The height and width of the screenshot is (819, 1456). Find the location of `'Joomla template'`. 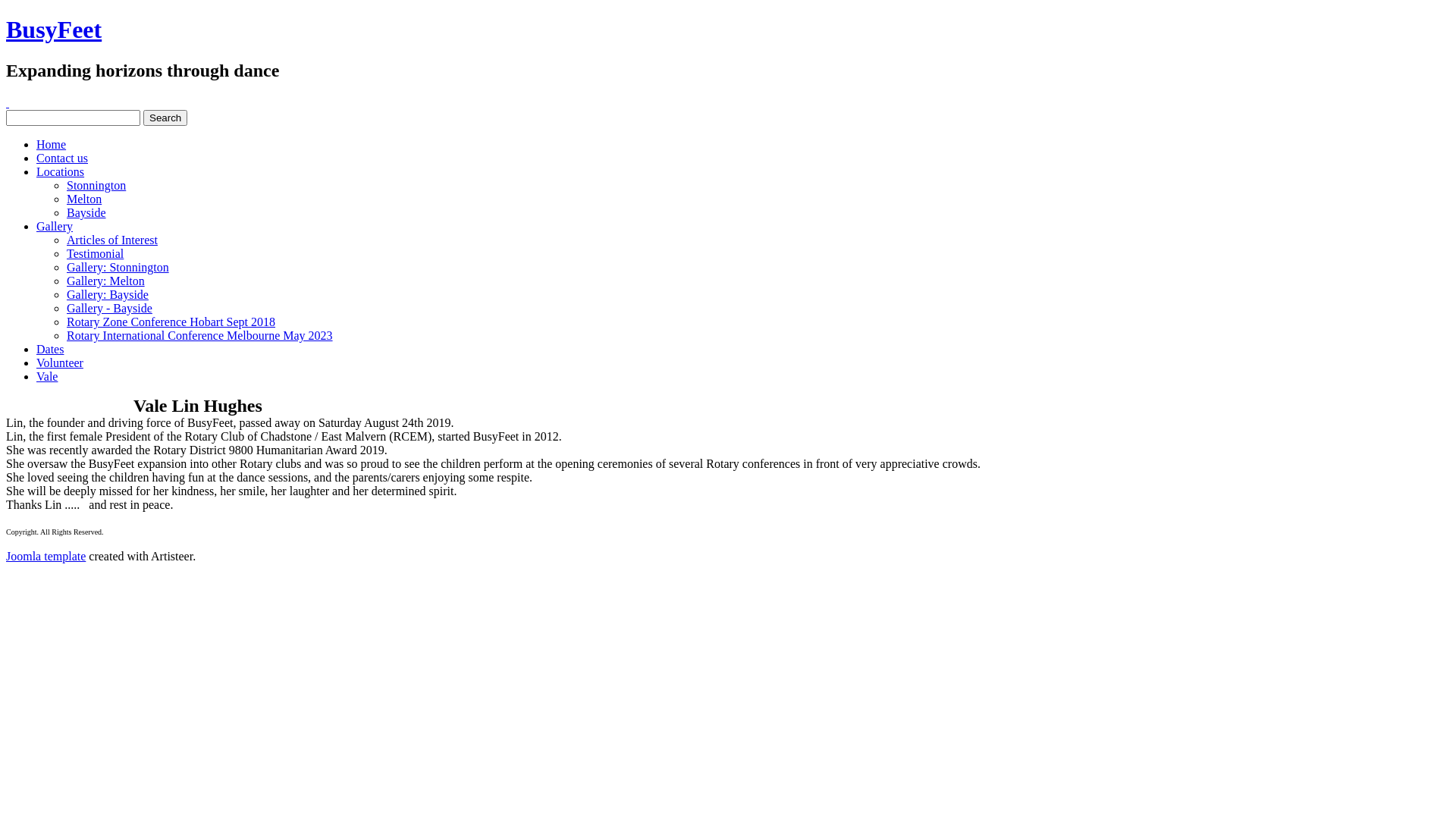

'Joomla template' is located at coordinates (45, 556).